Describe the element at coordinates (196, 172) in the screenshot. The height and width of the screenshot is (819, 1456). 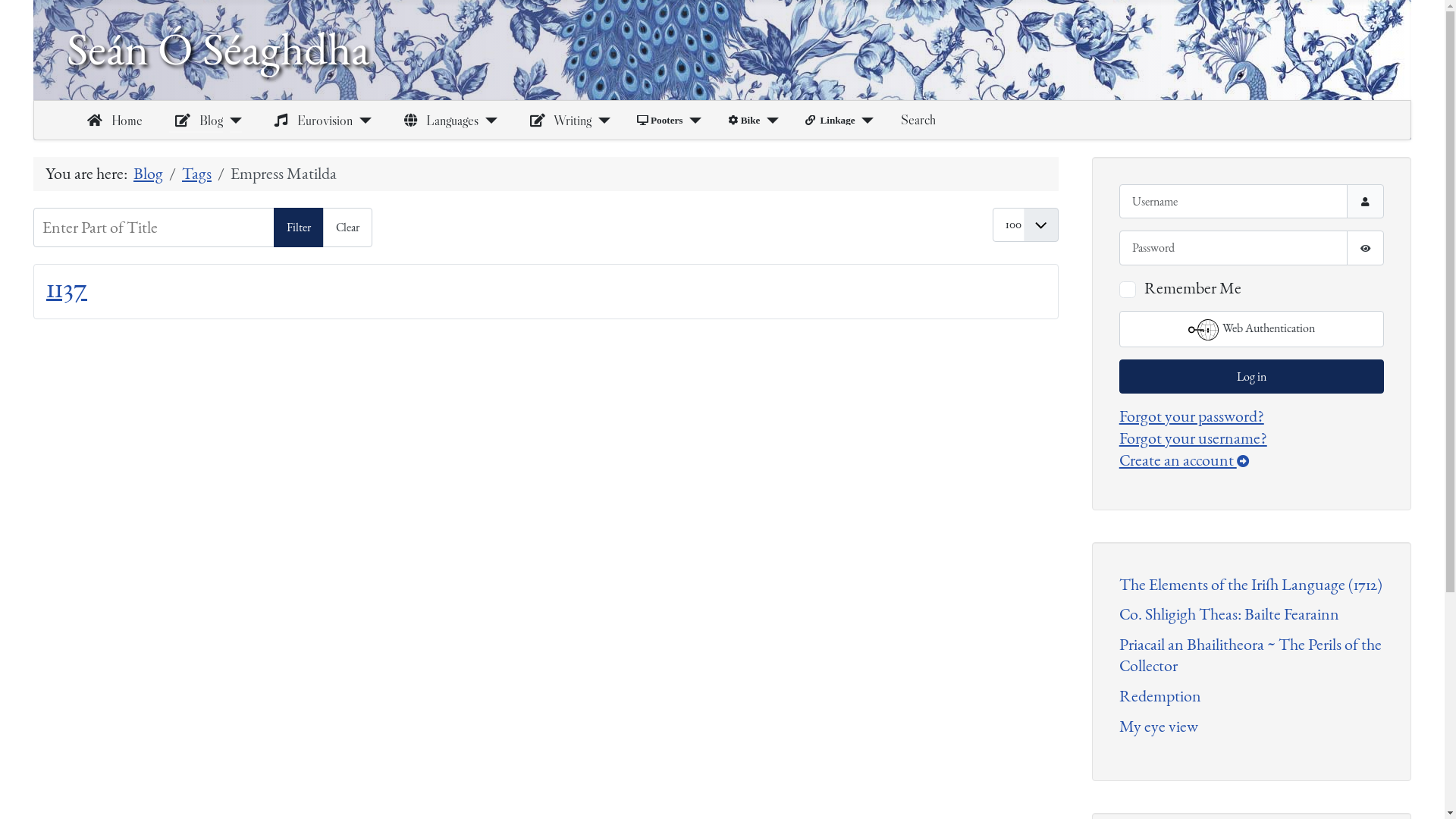
I see `'Tags'` at that location.